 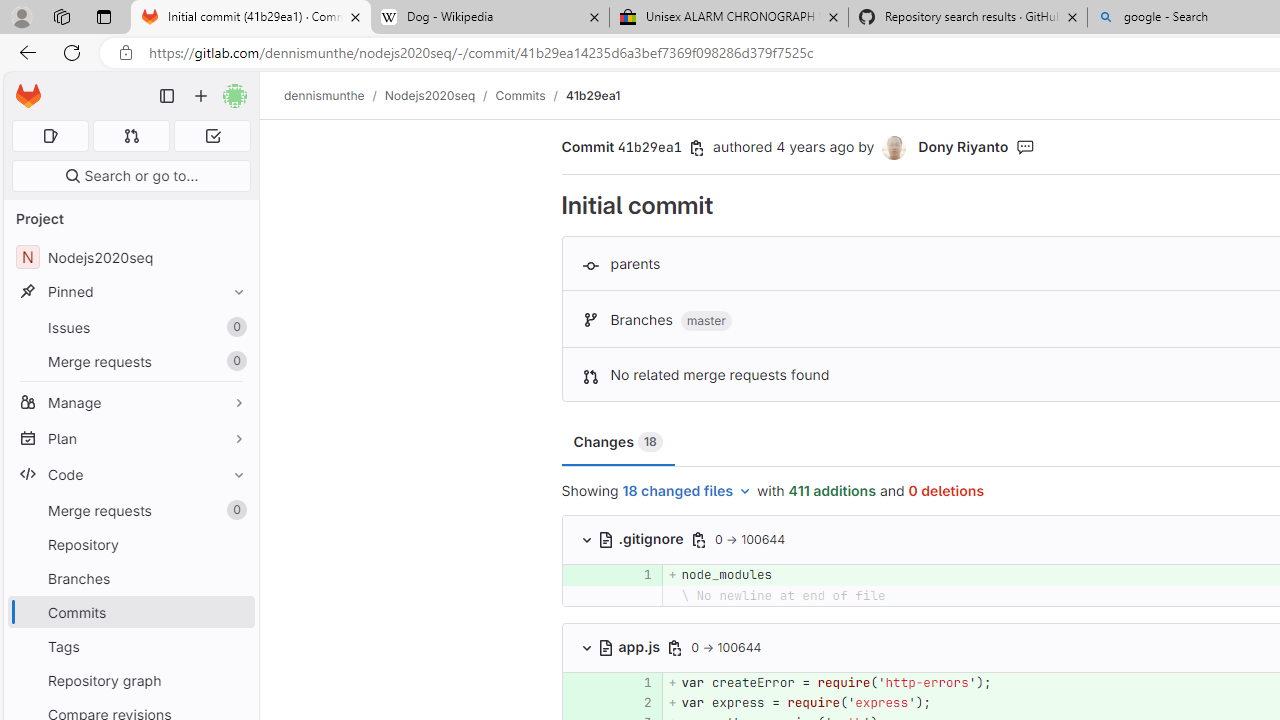 What do you see at coordinates (130, 291) in the screenshot?
I see `'Pinned'` at bounding box center [130, 291].